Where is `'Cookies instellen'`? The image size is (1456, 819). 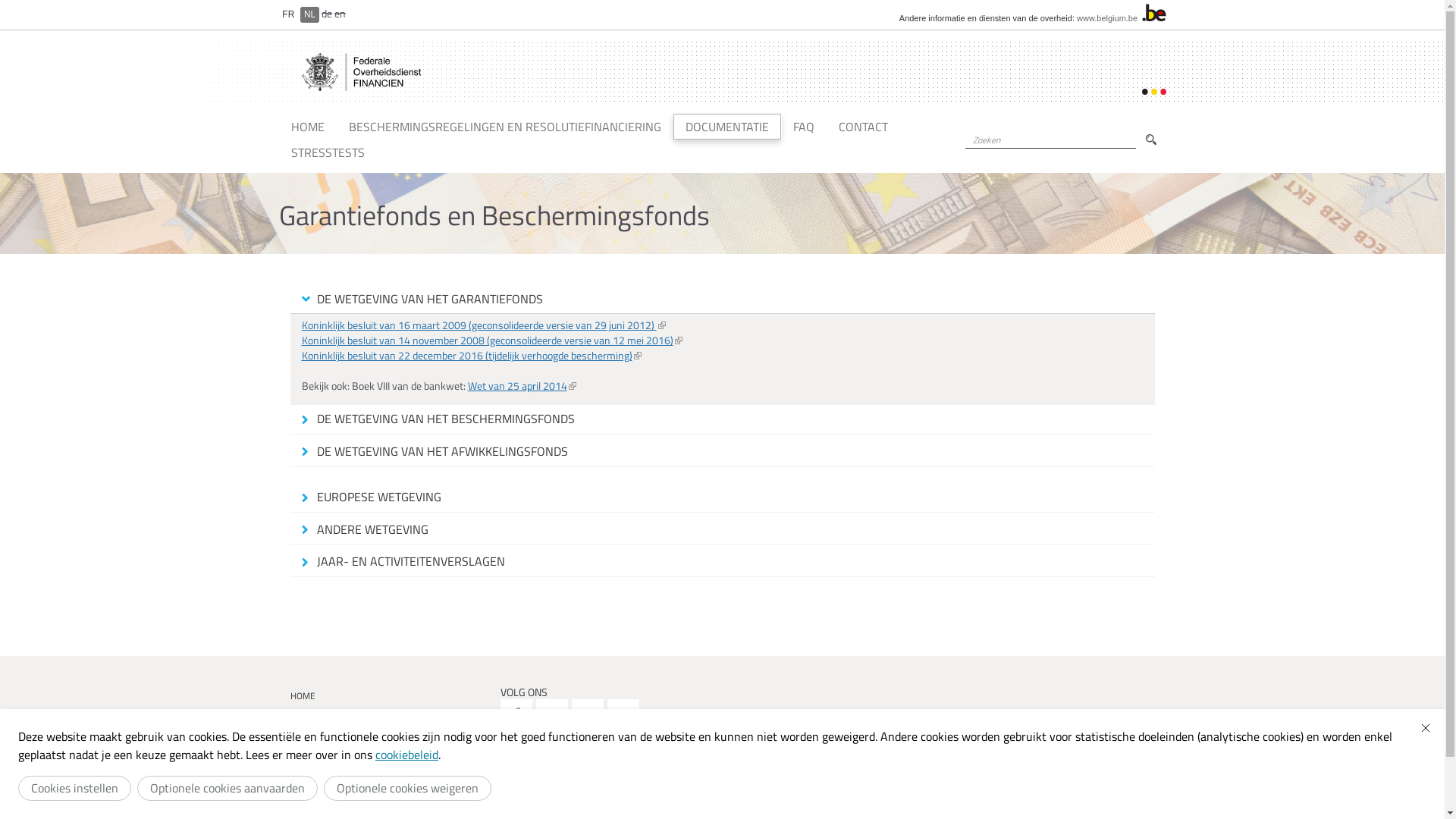 'Cookies instellen' is located at coordinates (74, 787).